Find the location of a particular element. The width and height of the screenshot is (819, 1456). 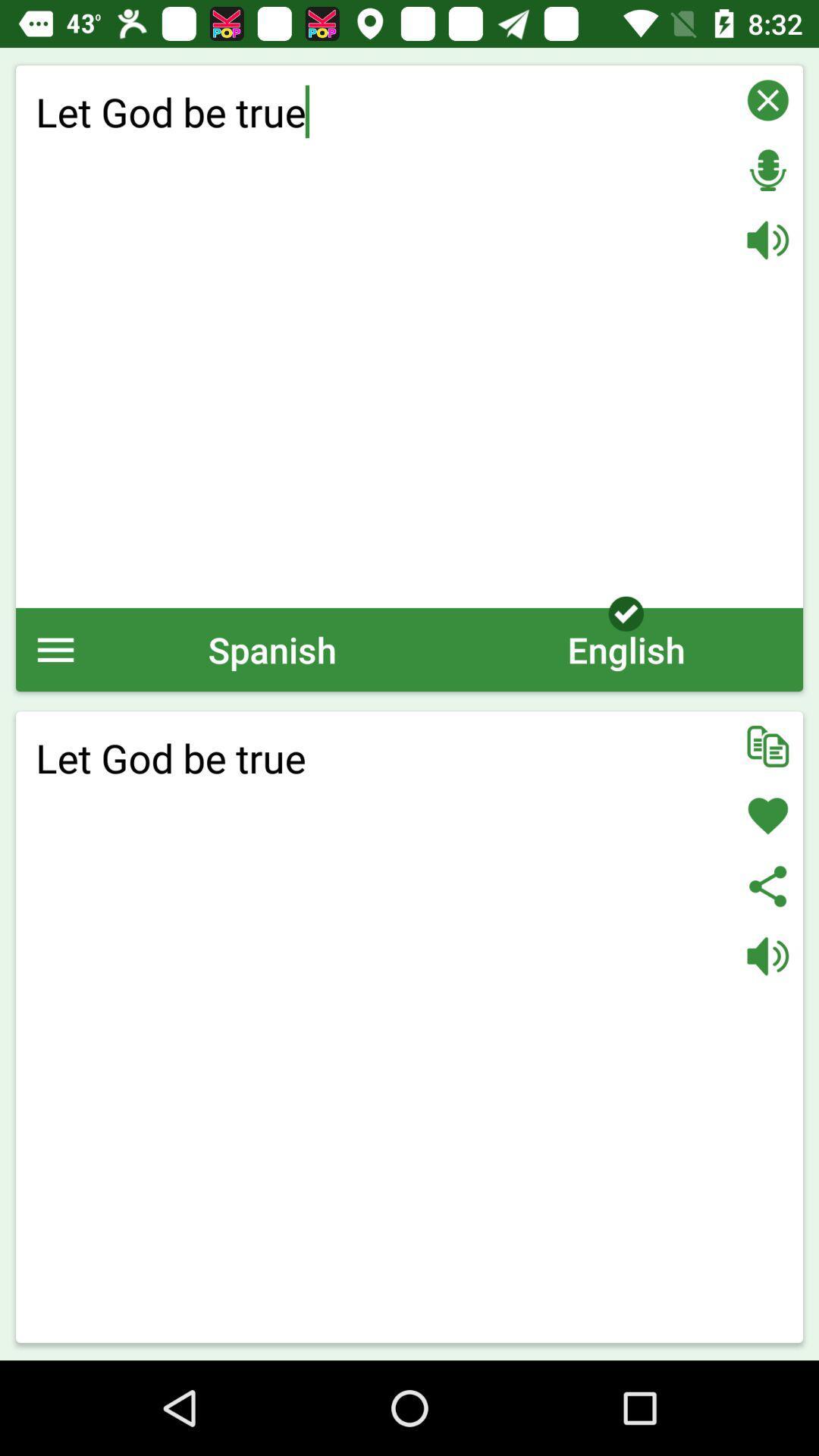

alternate text is located at coordinates (767, 746).